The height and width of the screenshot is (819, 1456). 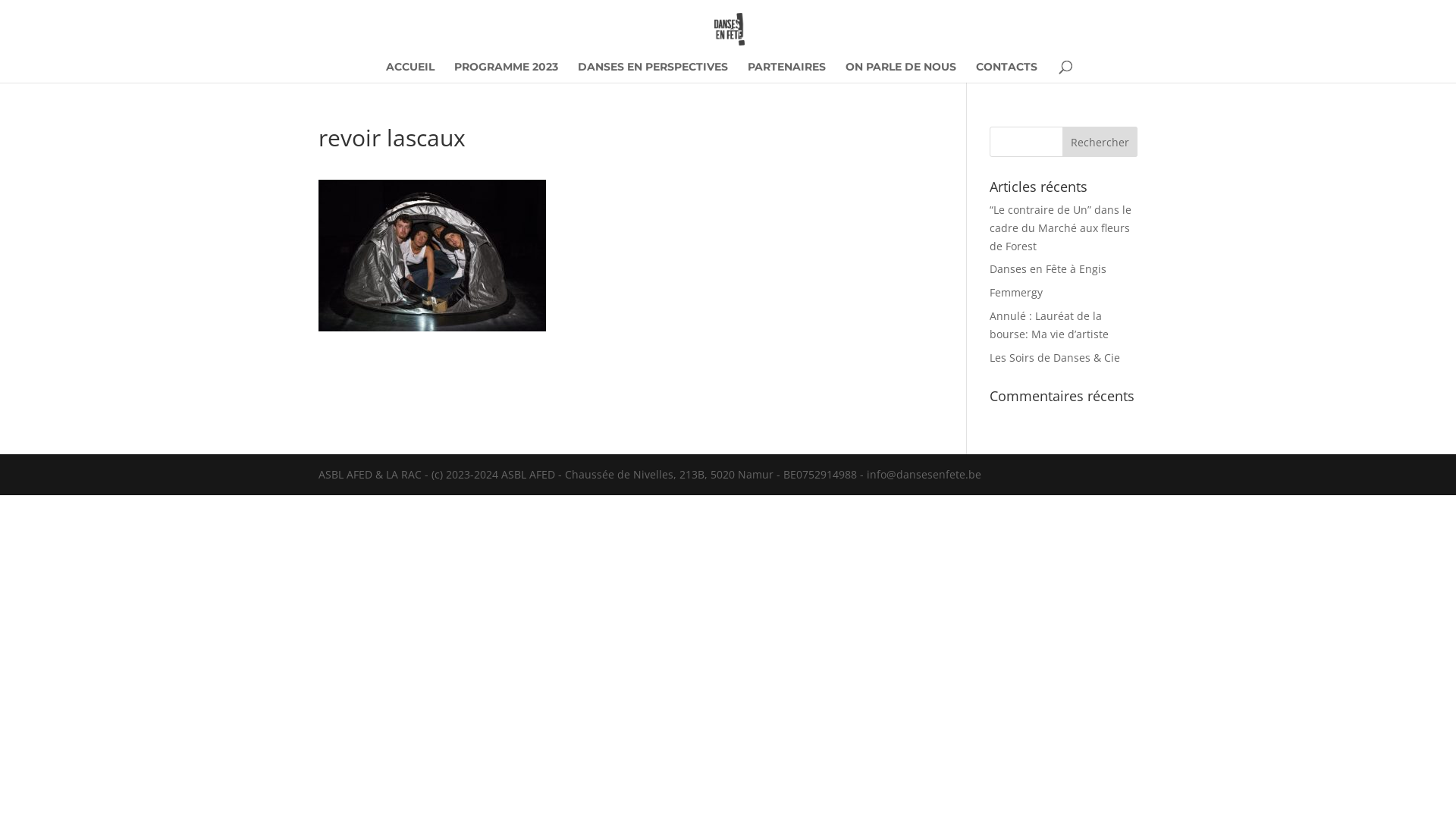 I want to click on 'Les Soirs de Danses & Cie', so click(x=1054, y=357).